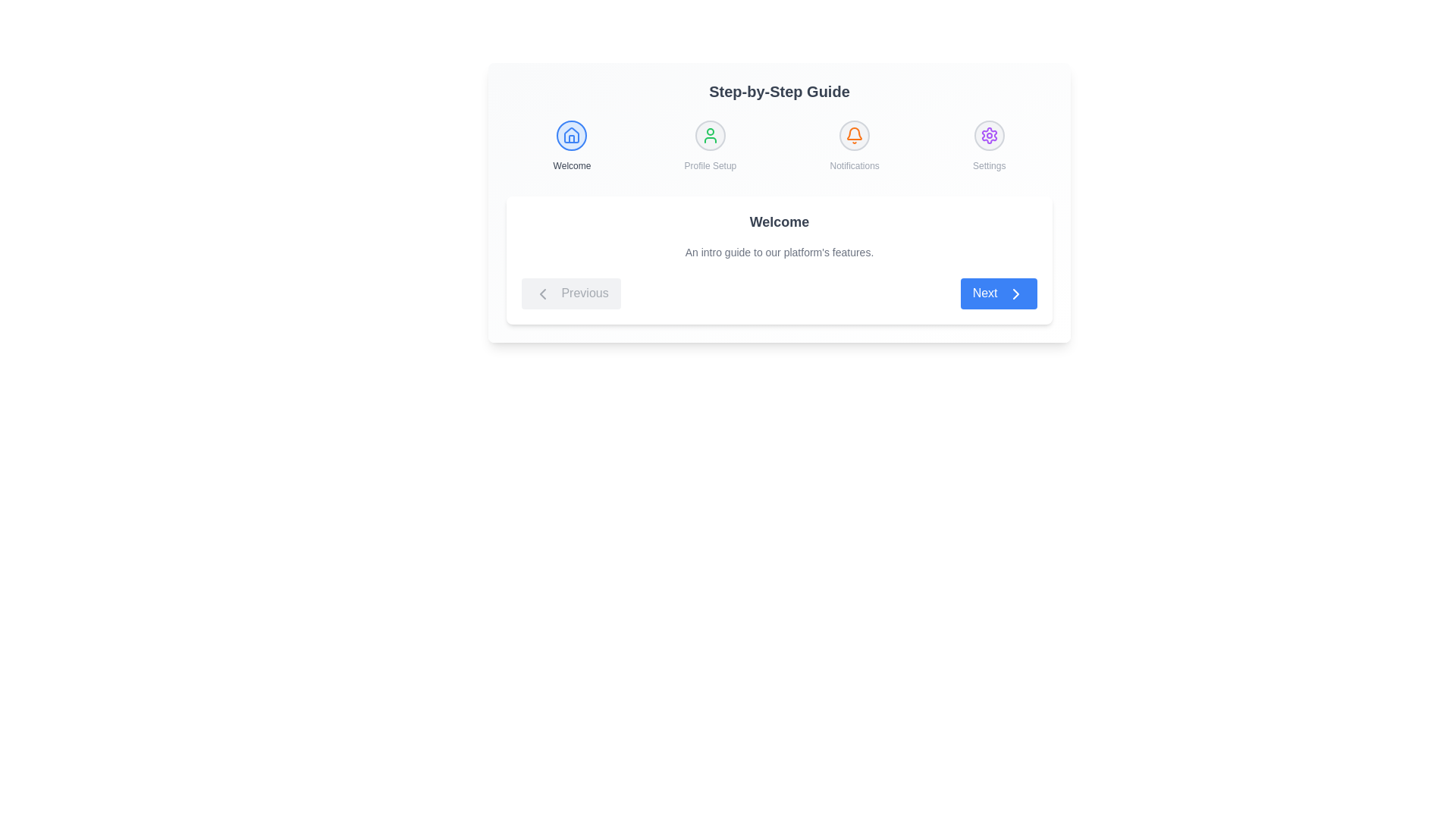 This screenshot has height=819, width=1456. I want to click on the right-facing chevron icon located within the 'Next' button at the bottom-right corner of the interface, so click(1015, 293).